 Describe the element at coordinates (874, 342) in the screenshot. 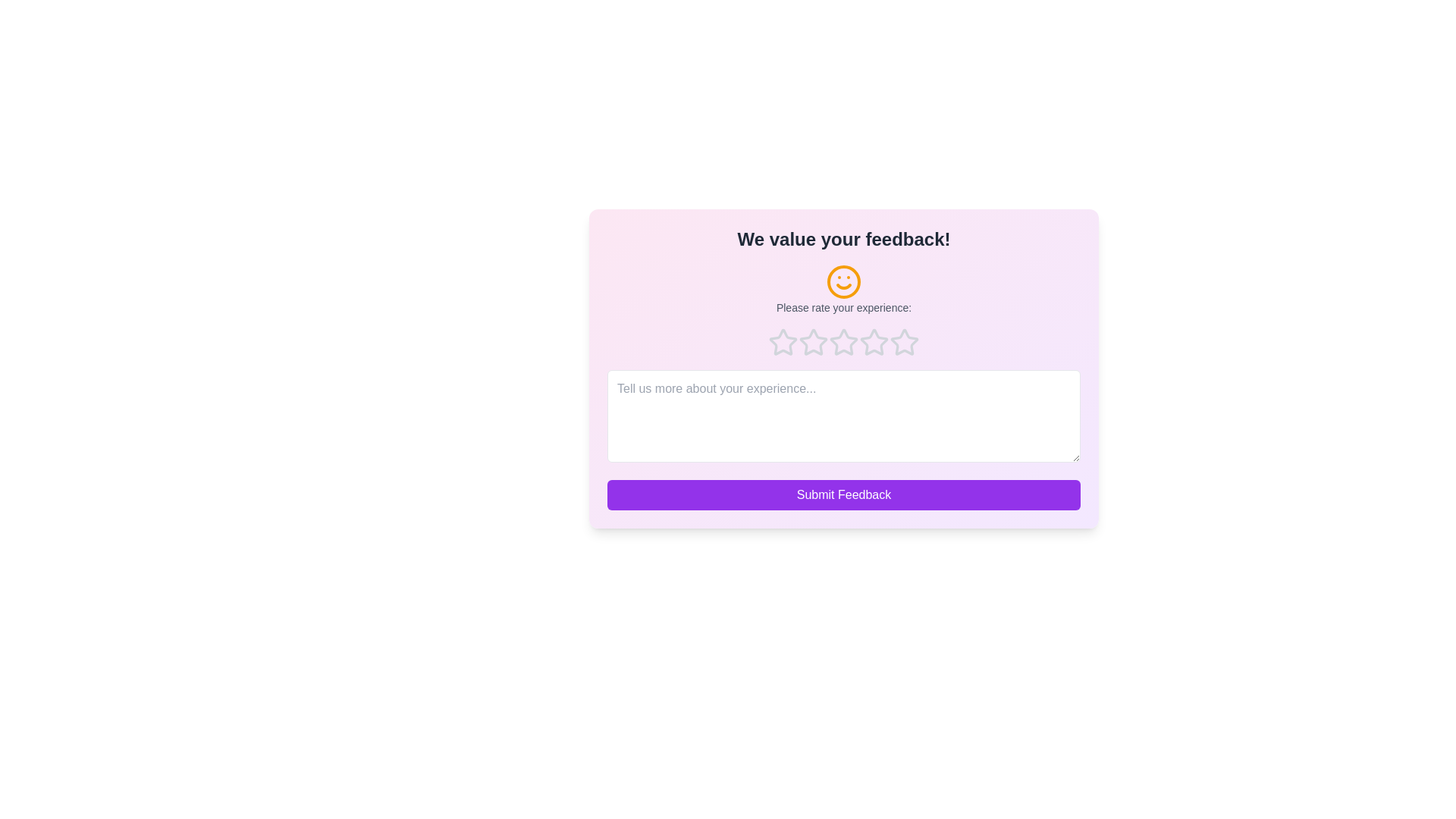

I see `the third star icon in the rating system` at that location.